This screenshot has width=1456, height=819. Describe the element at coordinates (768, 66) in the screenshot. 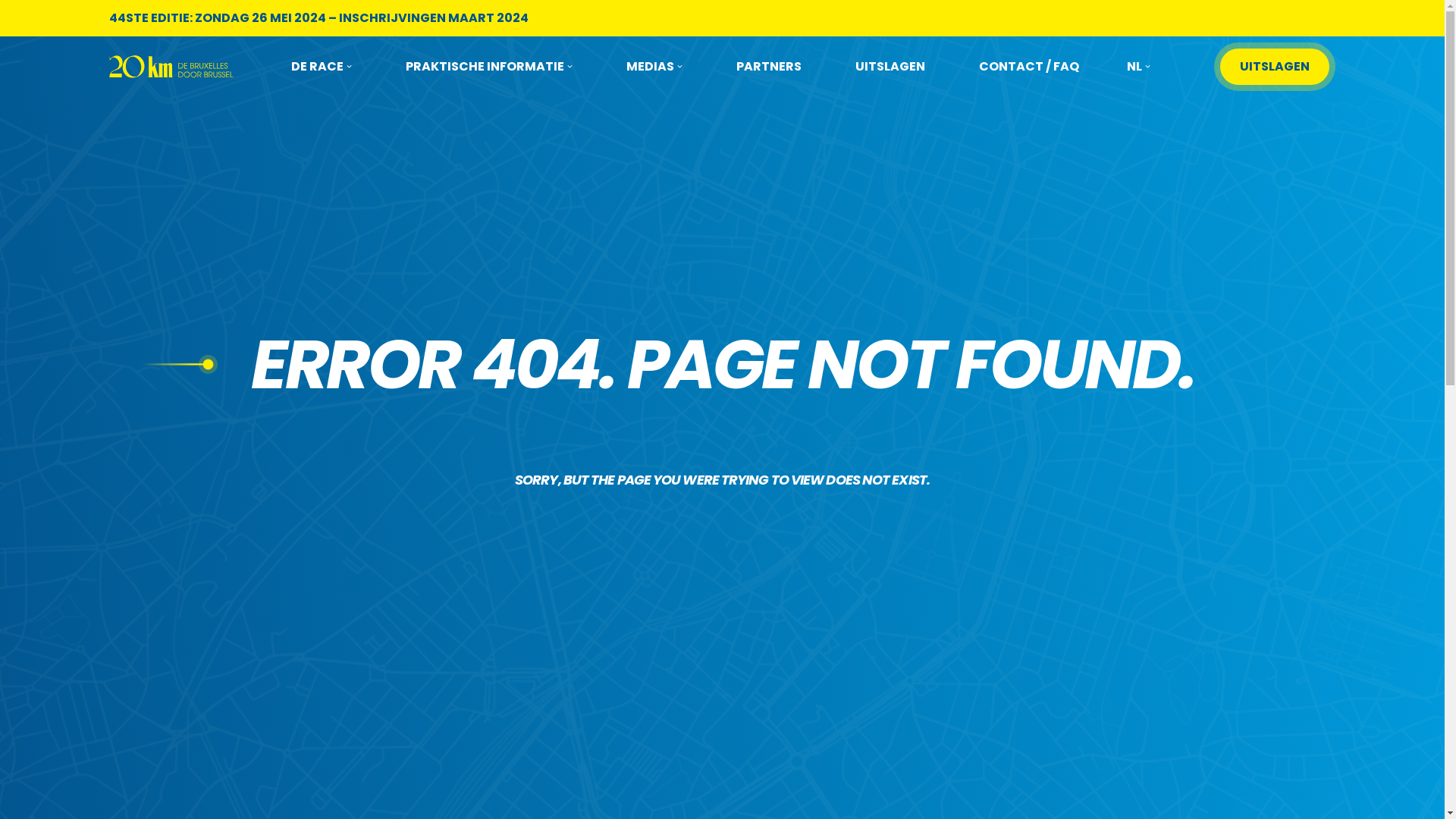

I see `'PARTNERS'` at that location.